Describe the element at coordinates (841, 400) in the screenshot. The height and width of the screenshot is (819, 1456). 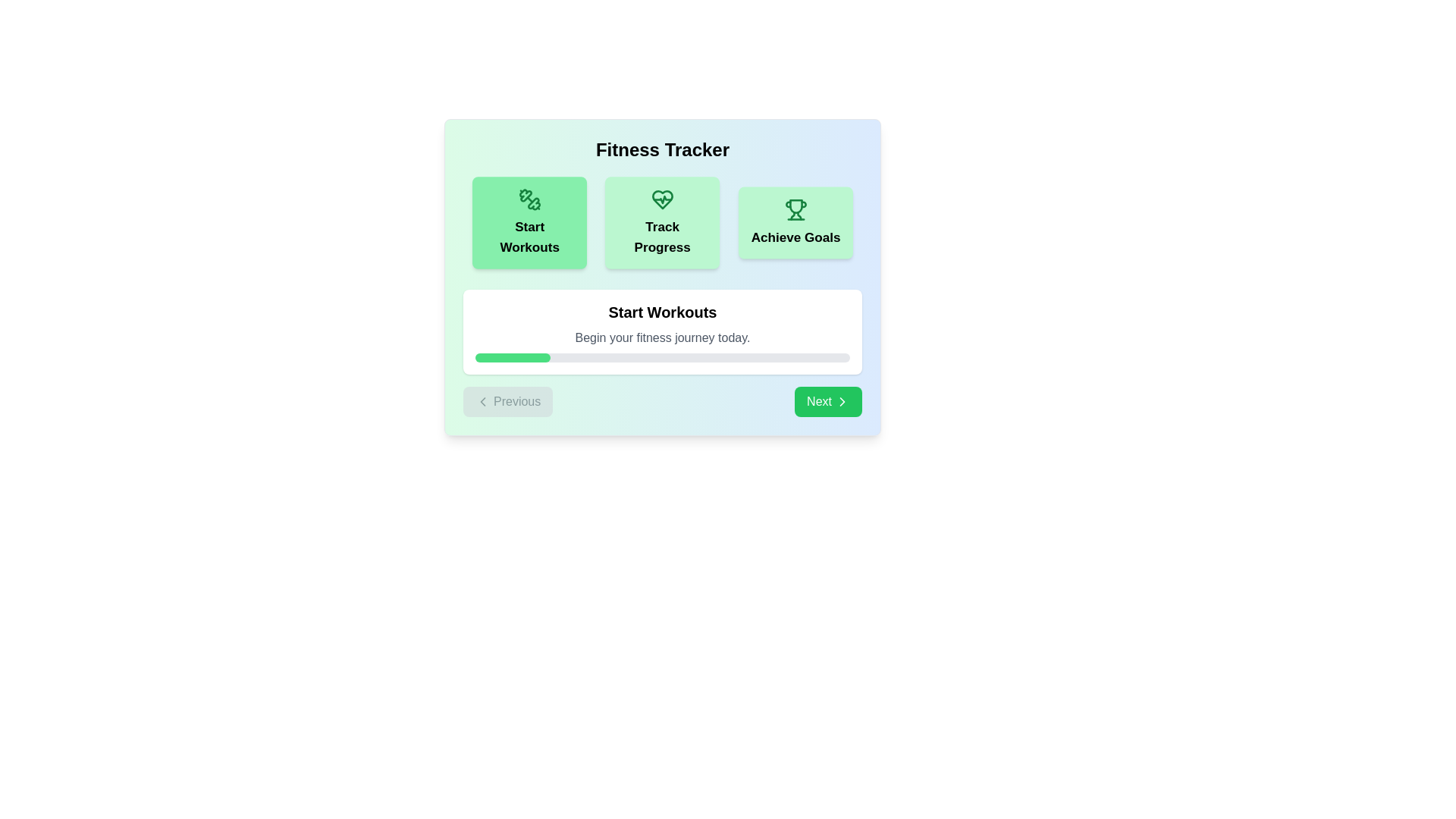
I see `the green 'Next' button located at the bottom-right corner of the dialog box` at that location.